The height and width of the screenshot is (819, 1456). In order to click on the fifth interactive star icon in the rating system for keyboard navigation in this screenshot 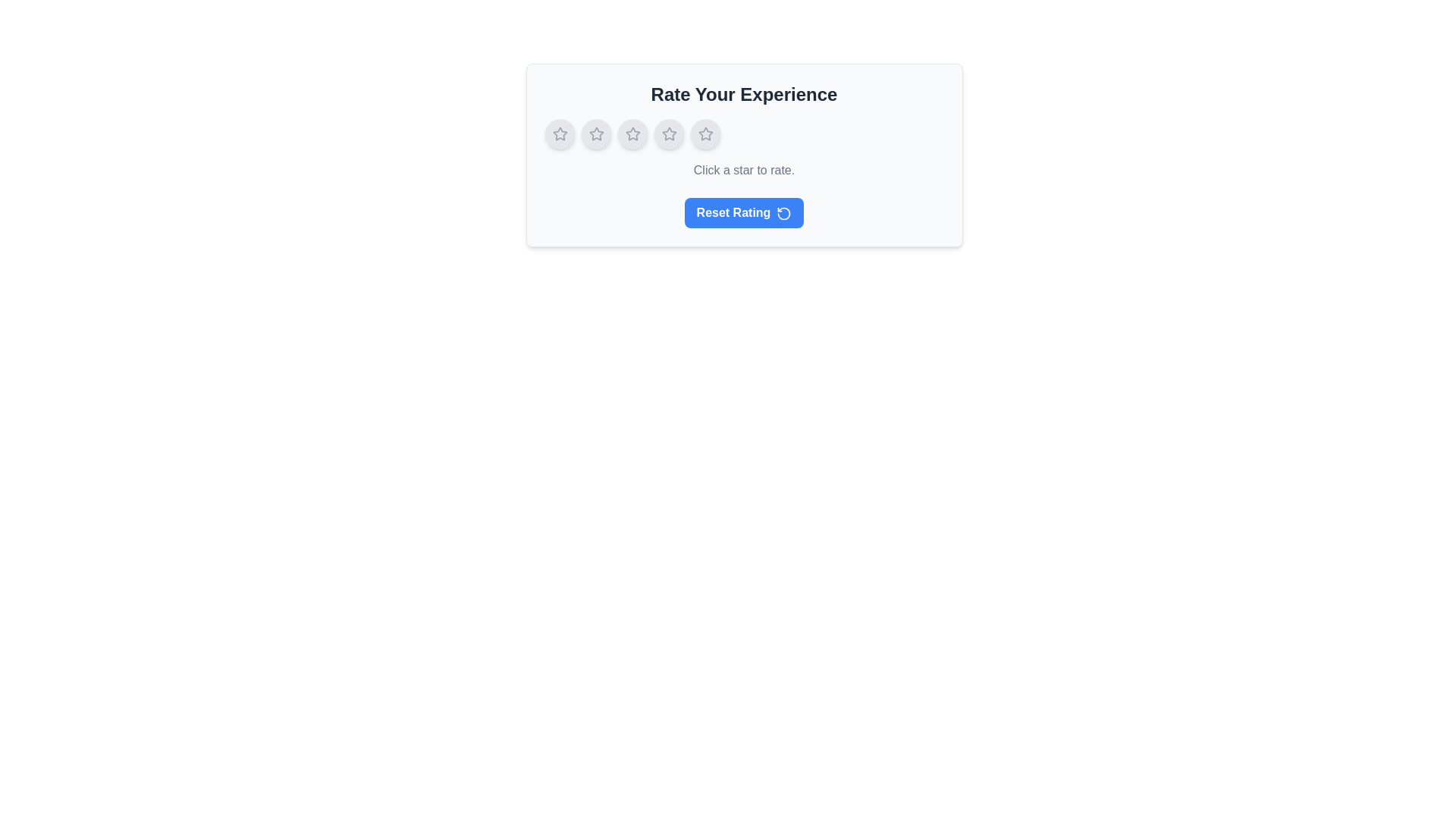, I will do `click(704, 133)`.